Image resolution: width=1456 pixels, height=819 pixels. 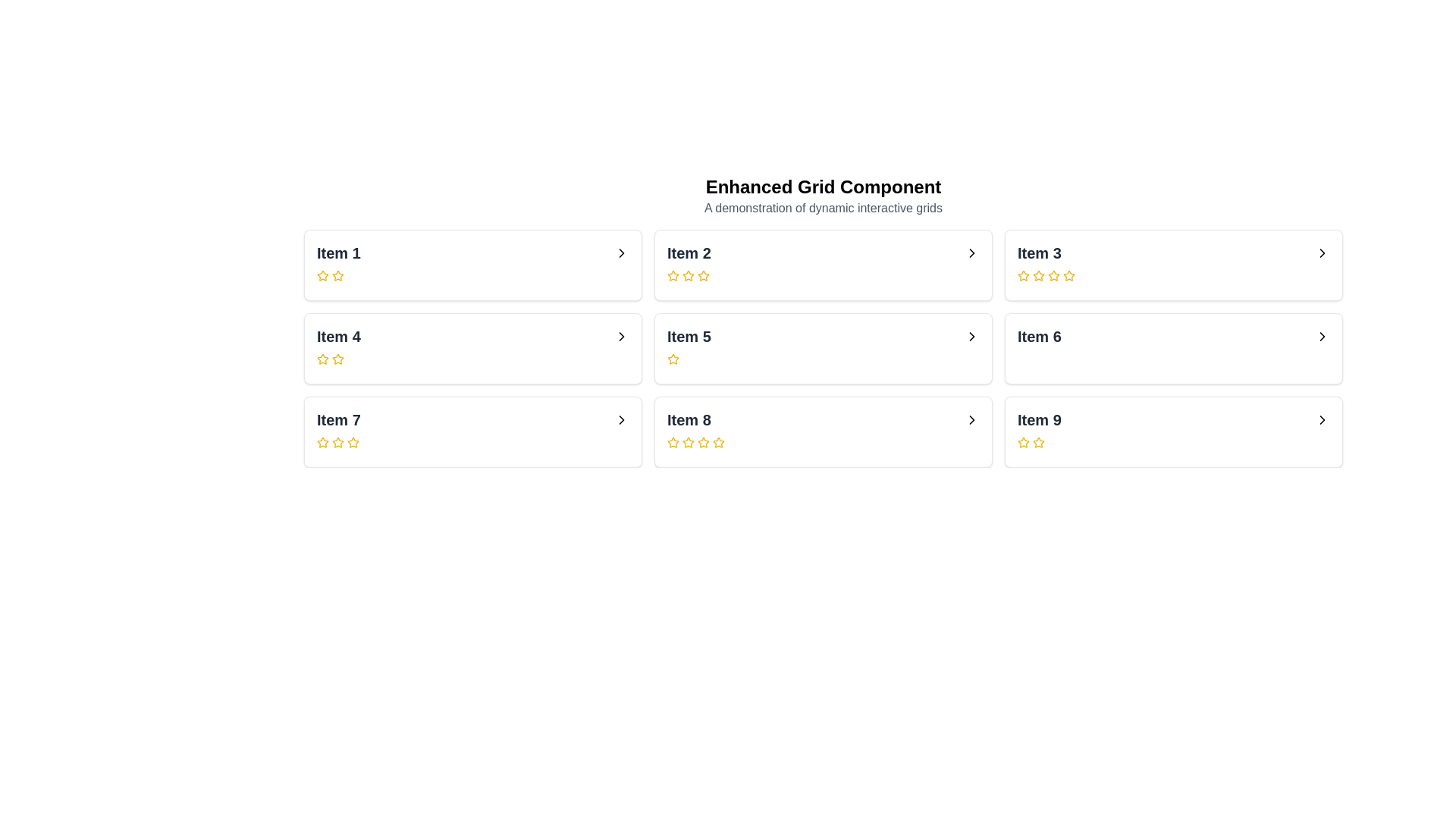 What do you see at coordinates (622, 420) in the screenshot?
I see `the rightward-pointing chevron icon at the end of the 'Item 7' list entry` at bounding box center [622, 420].